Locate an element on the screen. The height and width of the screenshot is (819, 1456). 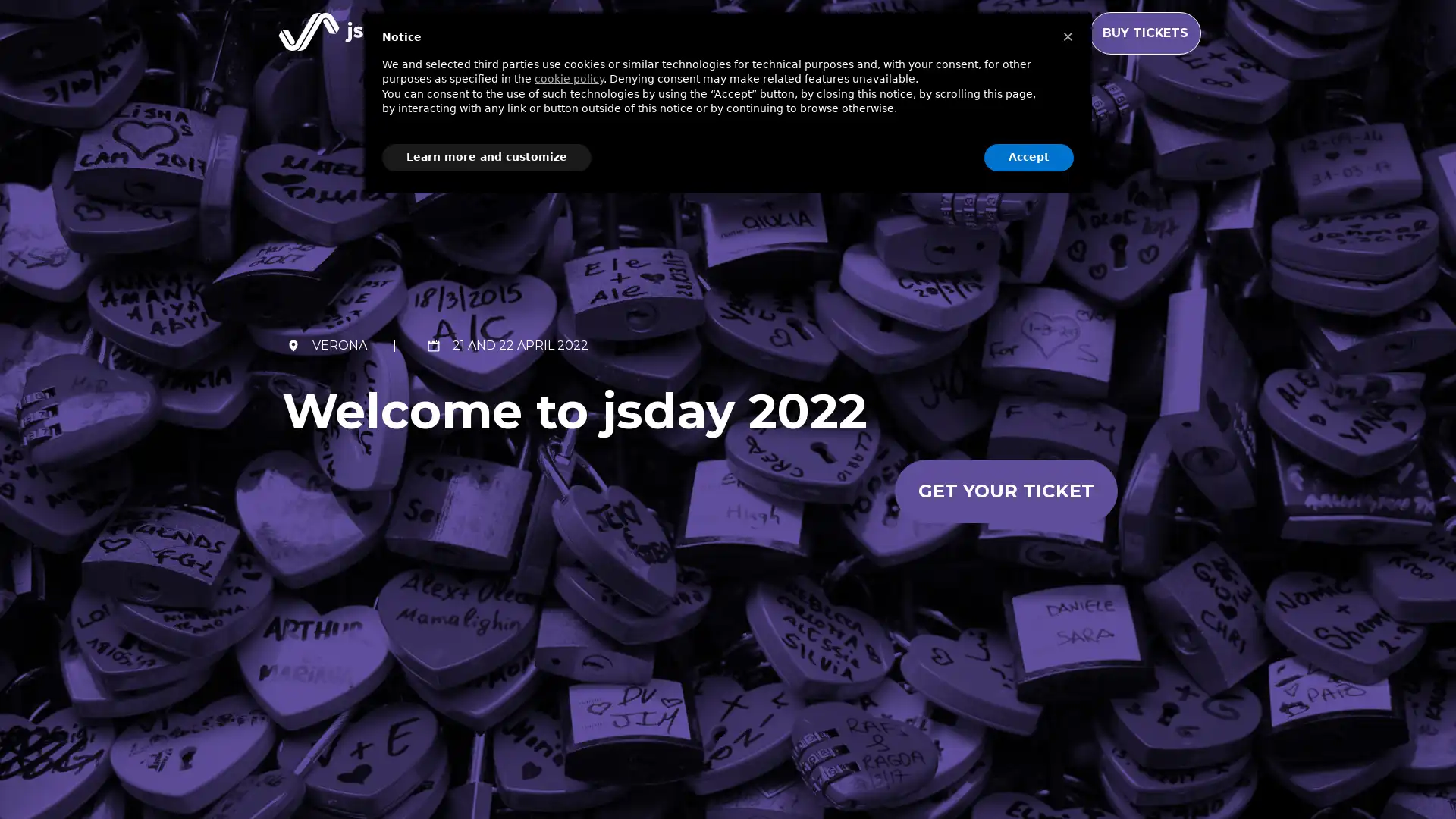
Learn more and customize is located at coordinates (487, 157).